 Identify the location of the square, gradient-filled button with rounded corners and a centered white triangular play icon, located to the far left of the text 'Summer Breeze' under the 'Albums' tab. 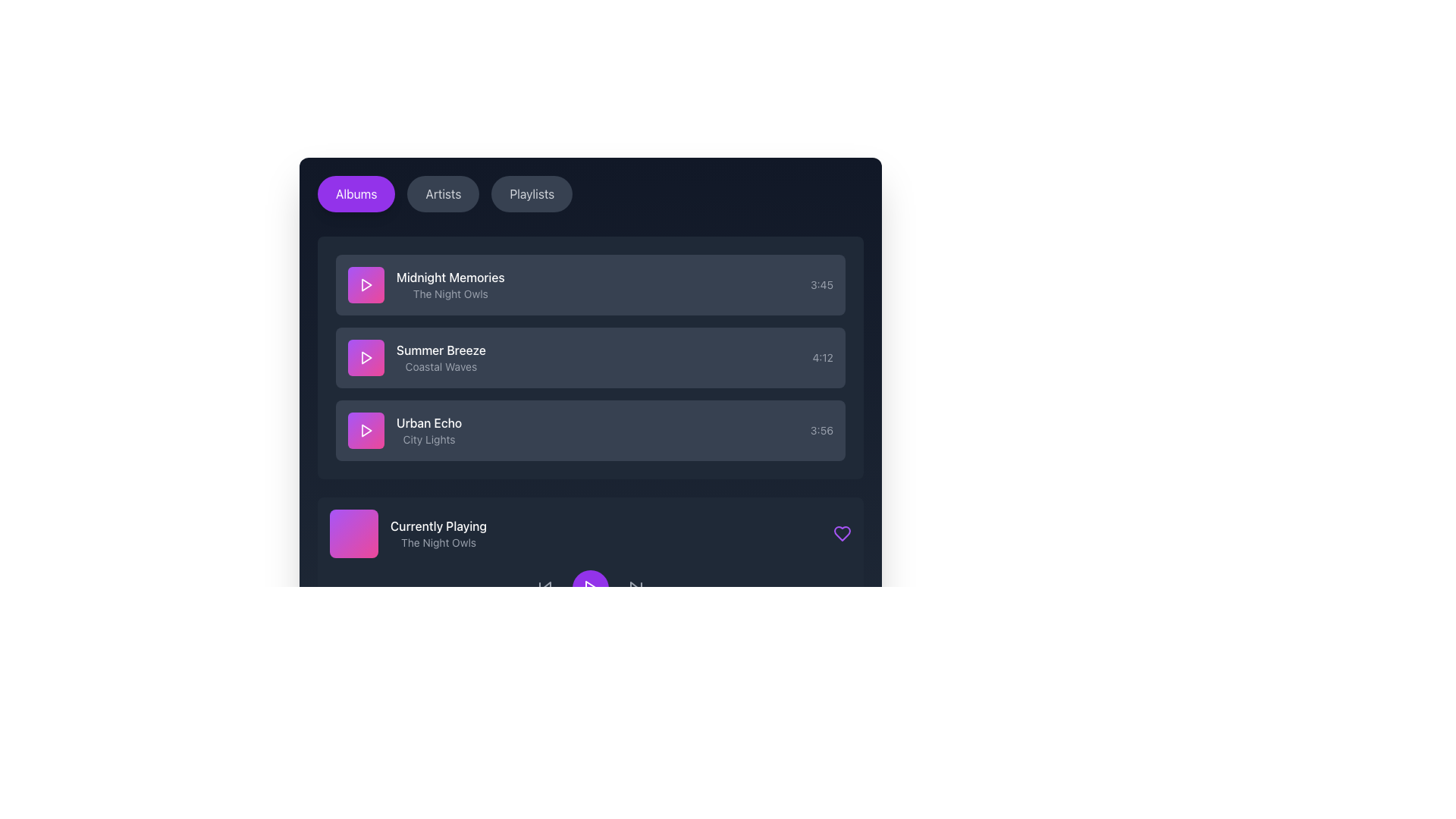
(366, 357).